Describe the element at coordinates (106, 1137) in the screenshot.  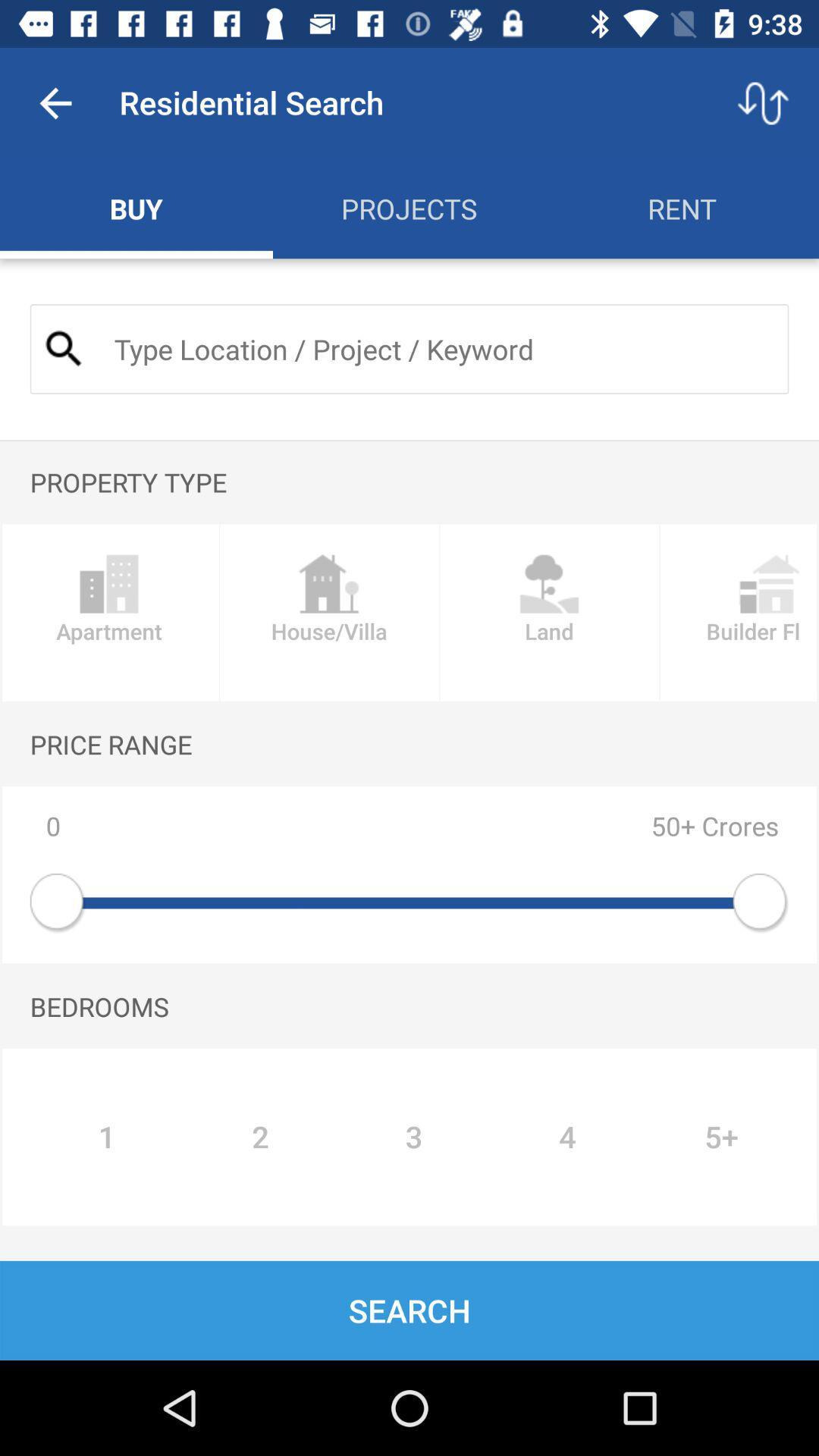
I see `the 1` at that location.